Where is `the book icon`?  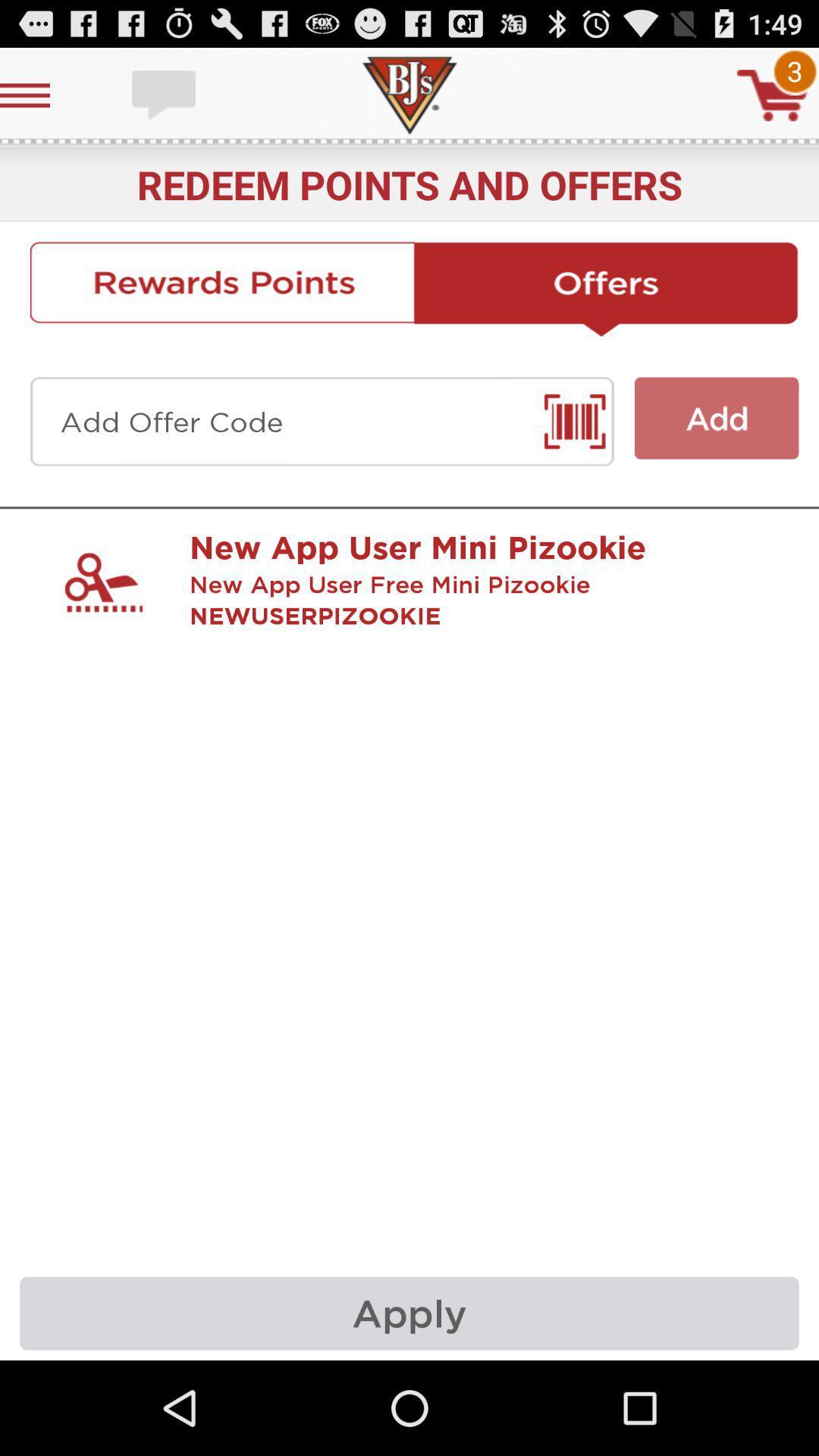 the book icon is located at coordinates (579, 450).